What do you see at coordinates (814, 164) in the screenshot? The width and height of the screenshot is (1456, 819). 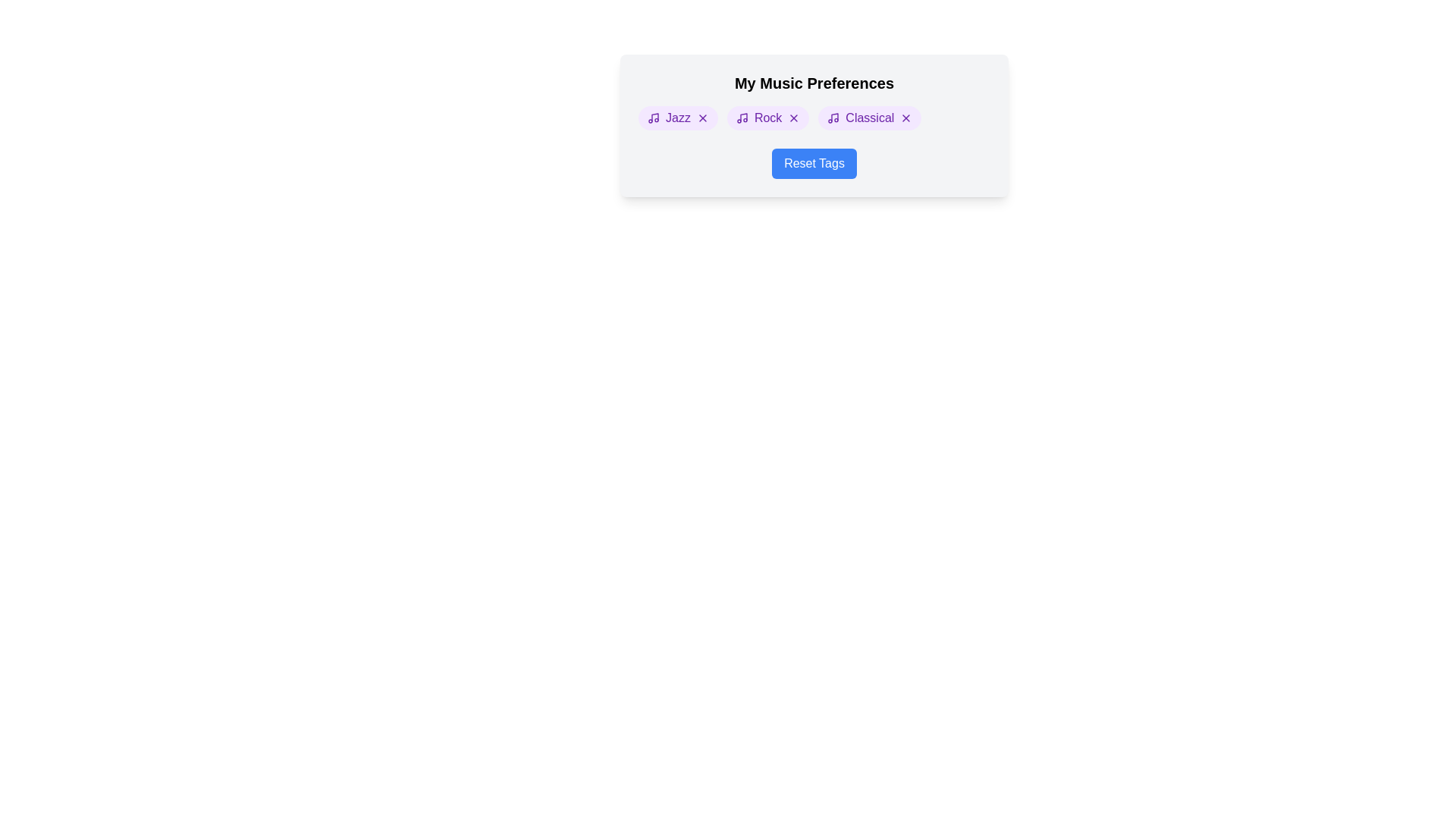 I see `the element Reset Tags Button to see its hover effect` at bounding box center [814, 164].